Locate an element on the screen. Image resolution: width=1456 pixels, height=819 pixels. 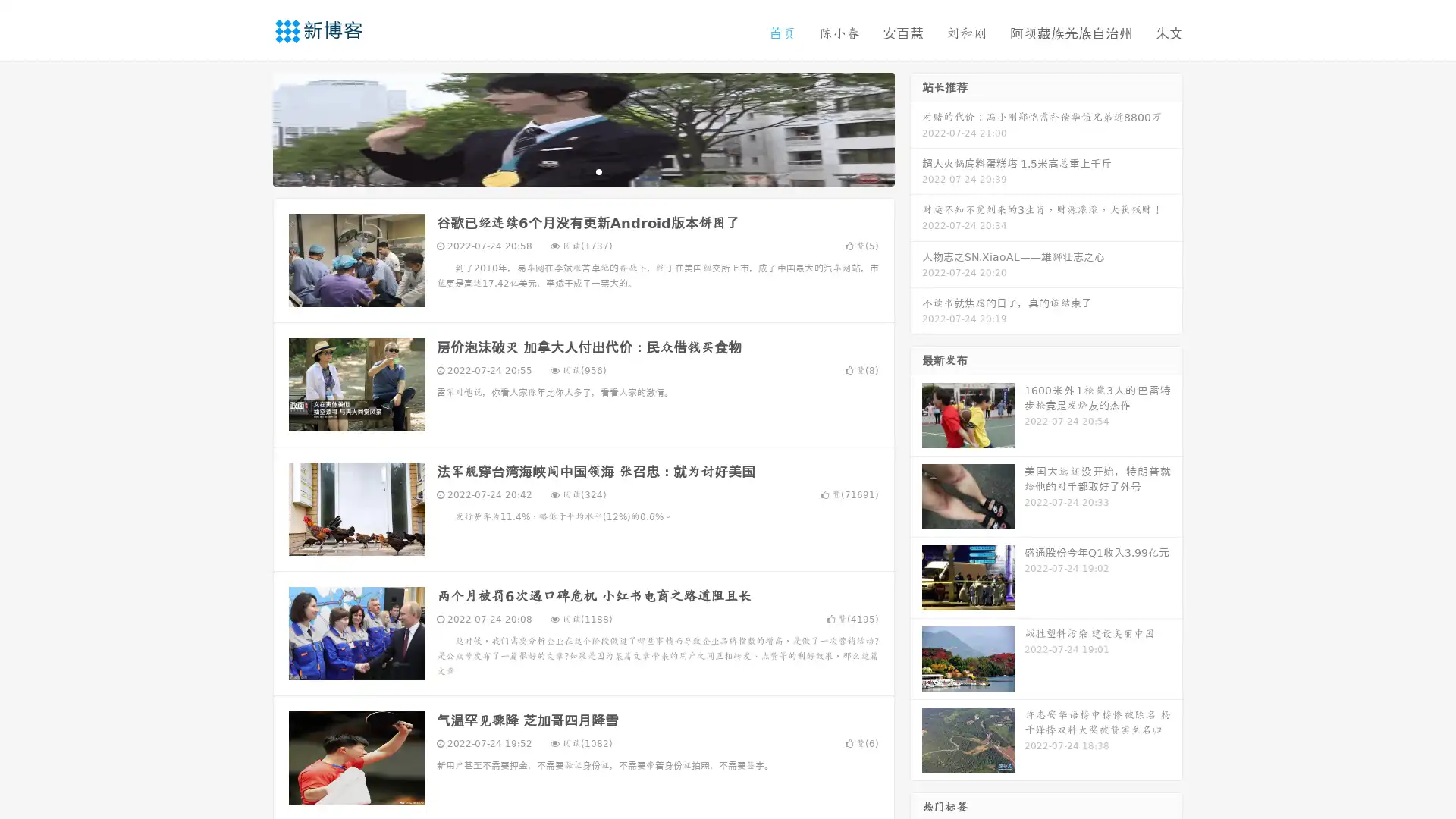
Next slide is located at coordinates (916, 127).